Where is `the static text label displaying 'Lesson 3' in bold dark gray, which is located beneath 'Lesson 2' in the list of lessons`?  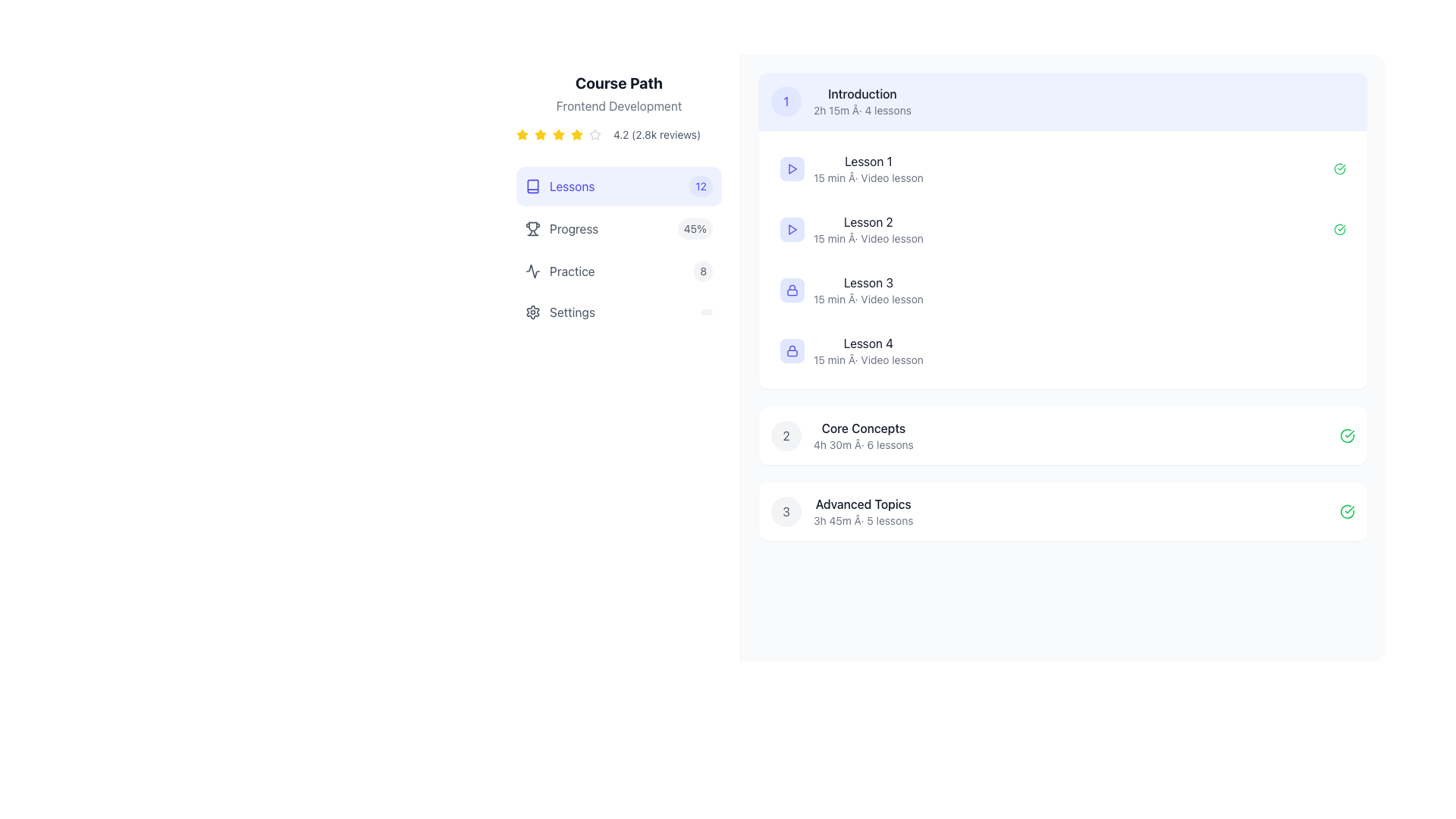 the static text label displaying 'Lesson 3' in bold dark gray, which is located beneath 'Lesson 2' in the list of lessons is located at coordinates (868, 283).